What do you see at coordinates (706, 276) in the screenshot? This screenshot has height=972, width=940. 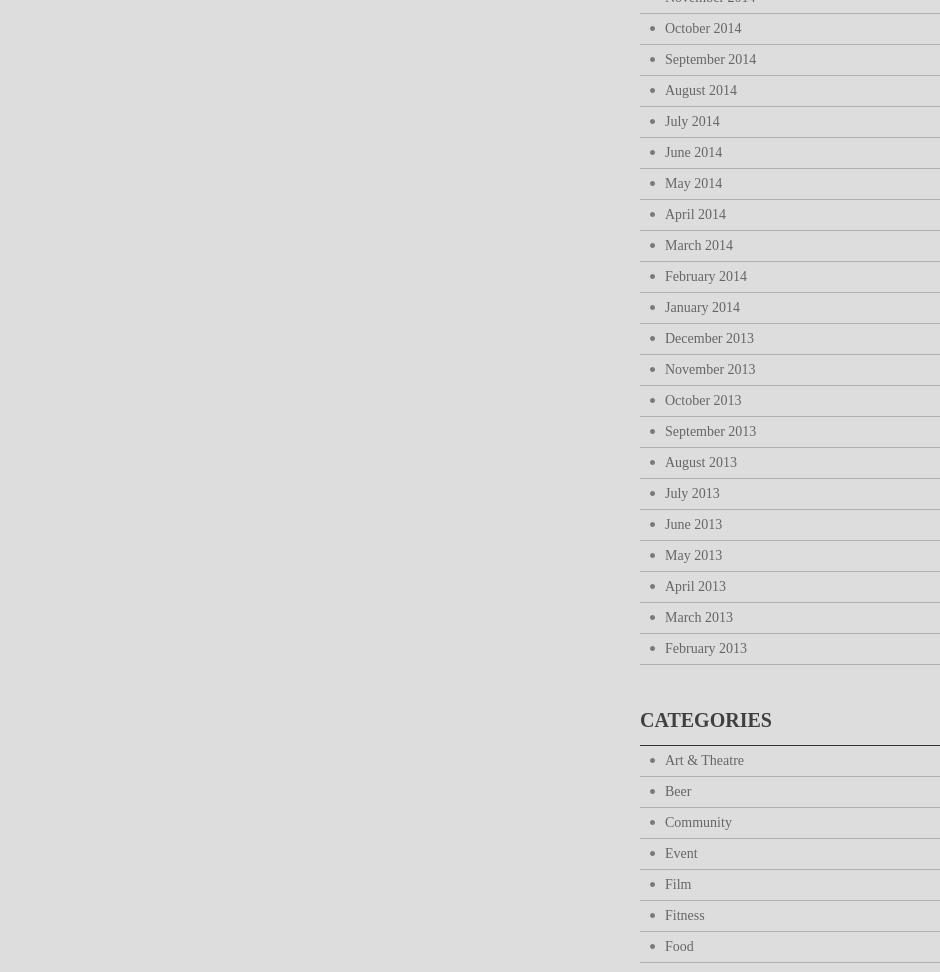 I see `'February 2014'` at bounding box center [706, 276].